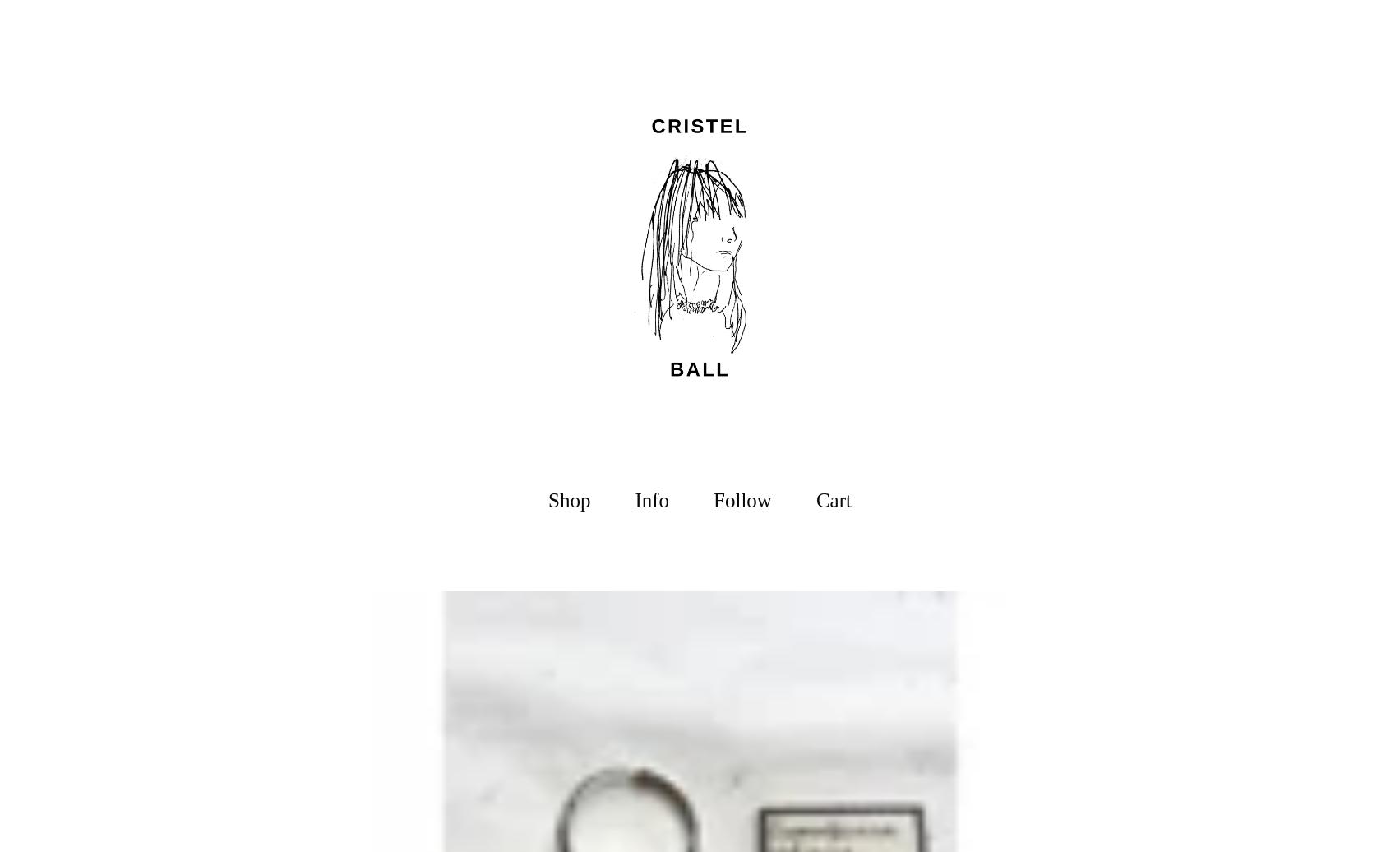 The width and height of the screenshot is (1400, 852). What do you see at coordinates (634, 500) in the screenshot?
I see `'Info'` at bounding box center [634, 500].